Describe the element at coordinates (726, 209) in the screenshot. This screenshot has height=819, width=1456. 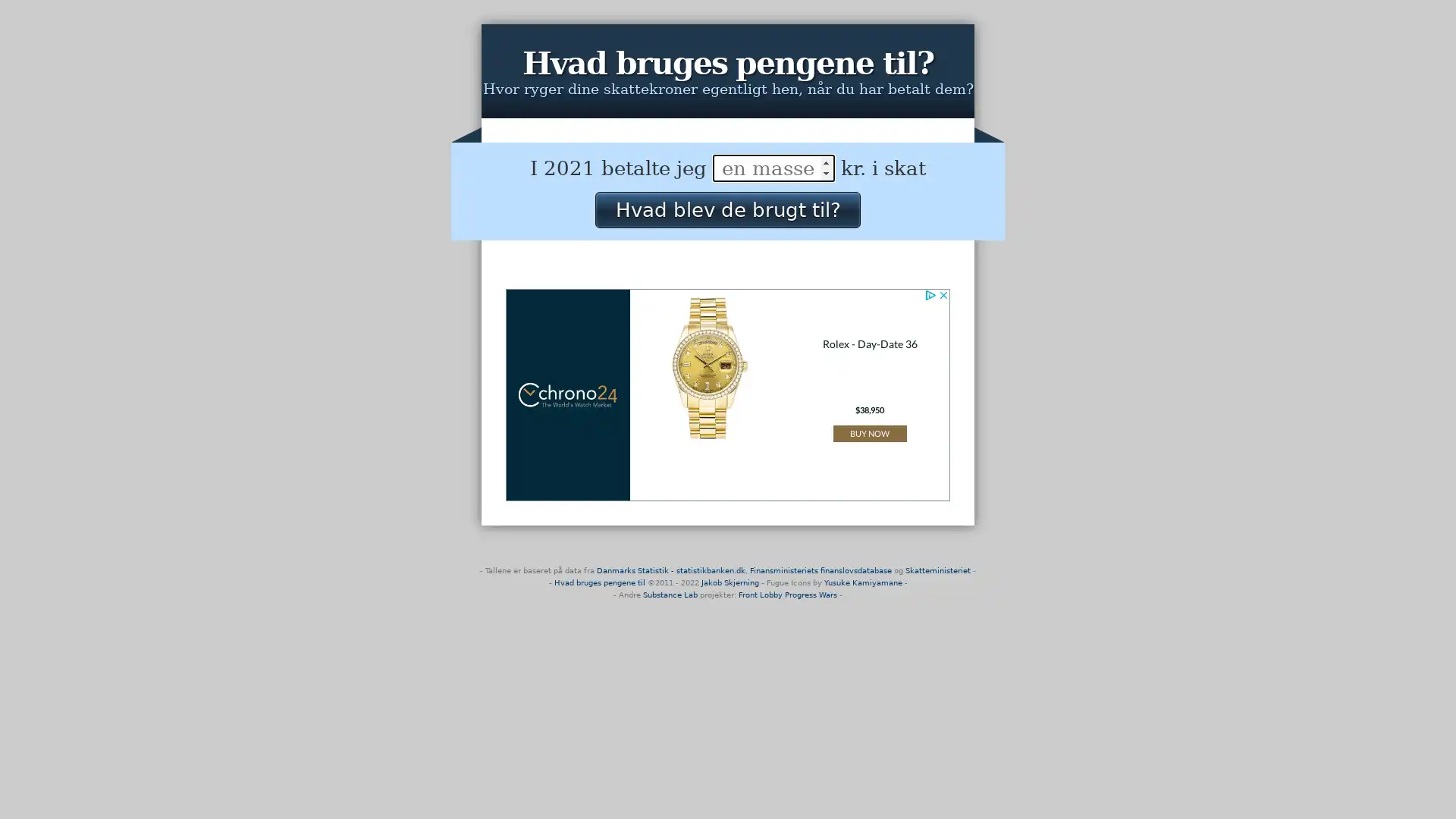
I see `Hvad blev de brugt til?` at that location.